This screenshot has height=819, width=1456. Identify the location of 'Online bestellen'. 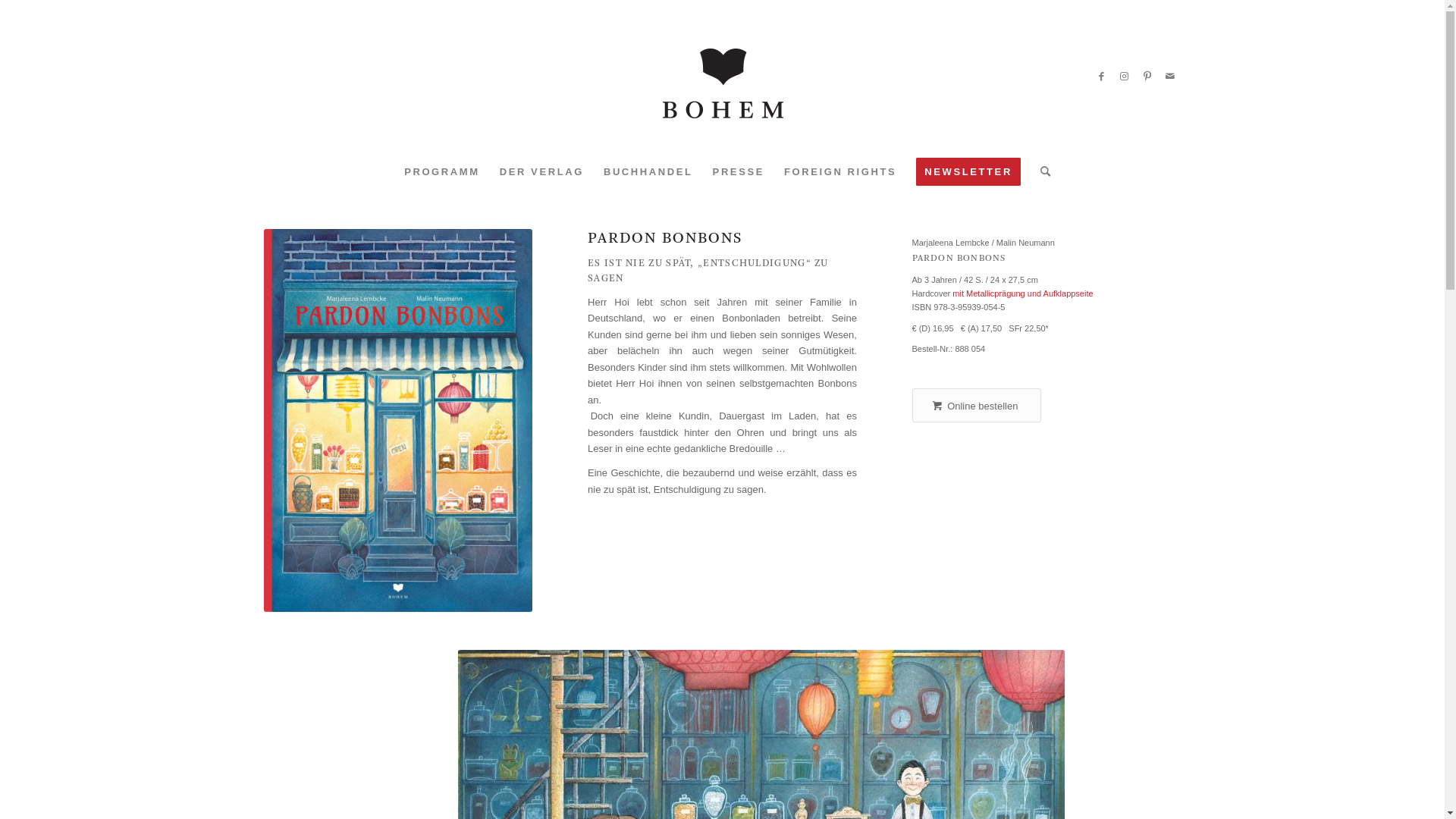
(912, 405).